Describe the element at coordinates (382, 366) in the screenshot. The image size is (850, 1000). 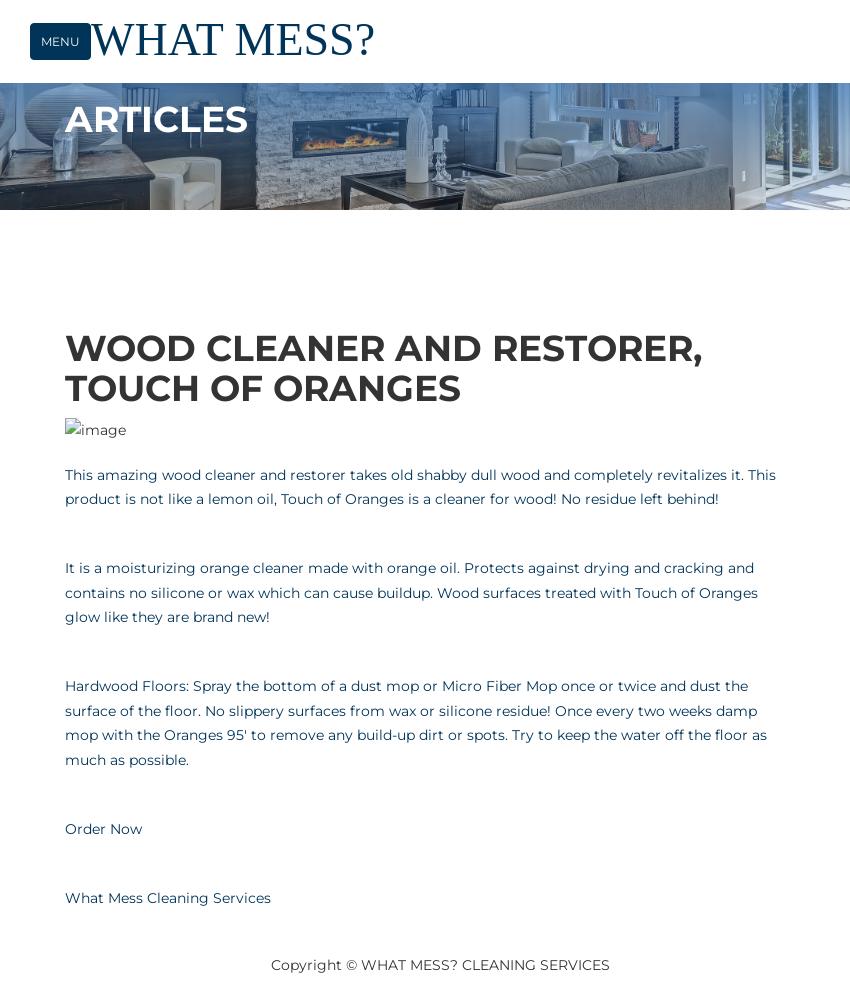
I see `'Wood Cleaner and restorer, Touch of oranges'` at that location.